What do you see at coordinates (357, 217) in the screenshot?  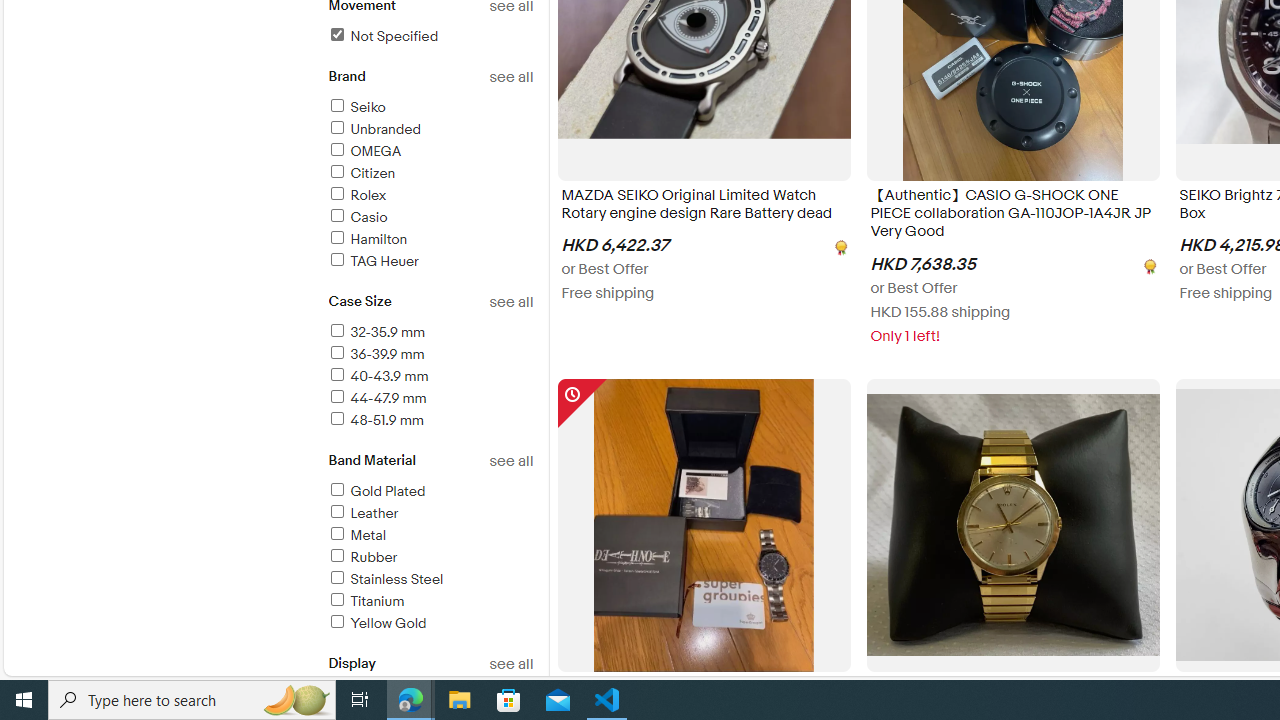 I see `'Casio'` at bounding box center [357, 217].